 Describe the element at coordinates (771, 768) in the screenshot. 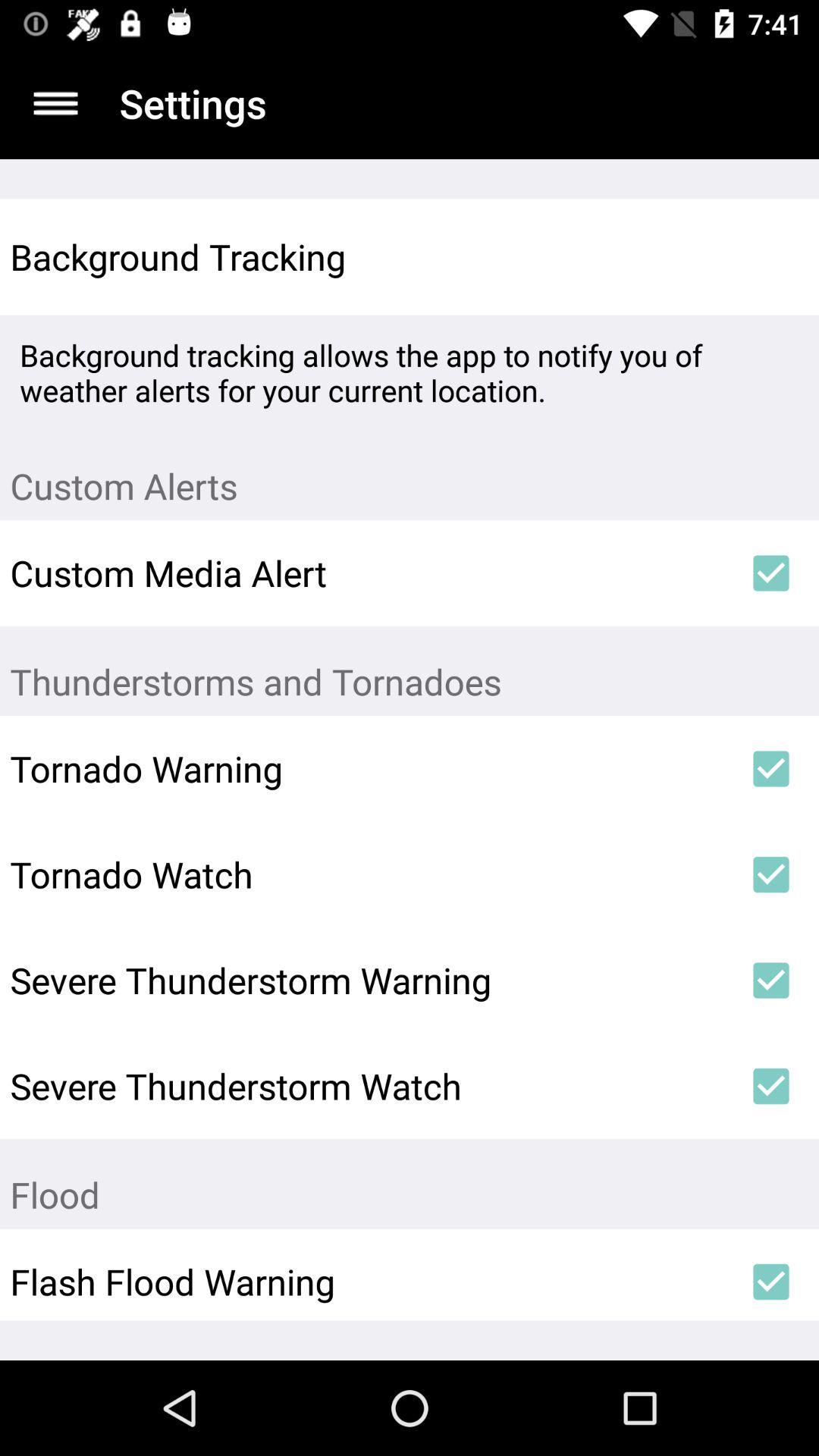

I see `icon to the right of tornado warning icon` at that location.